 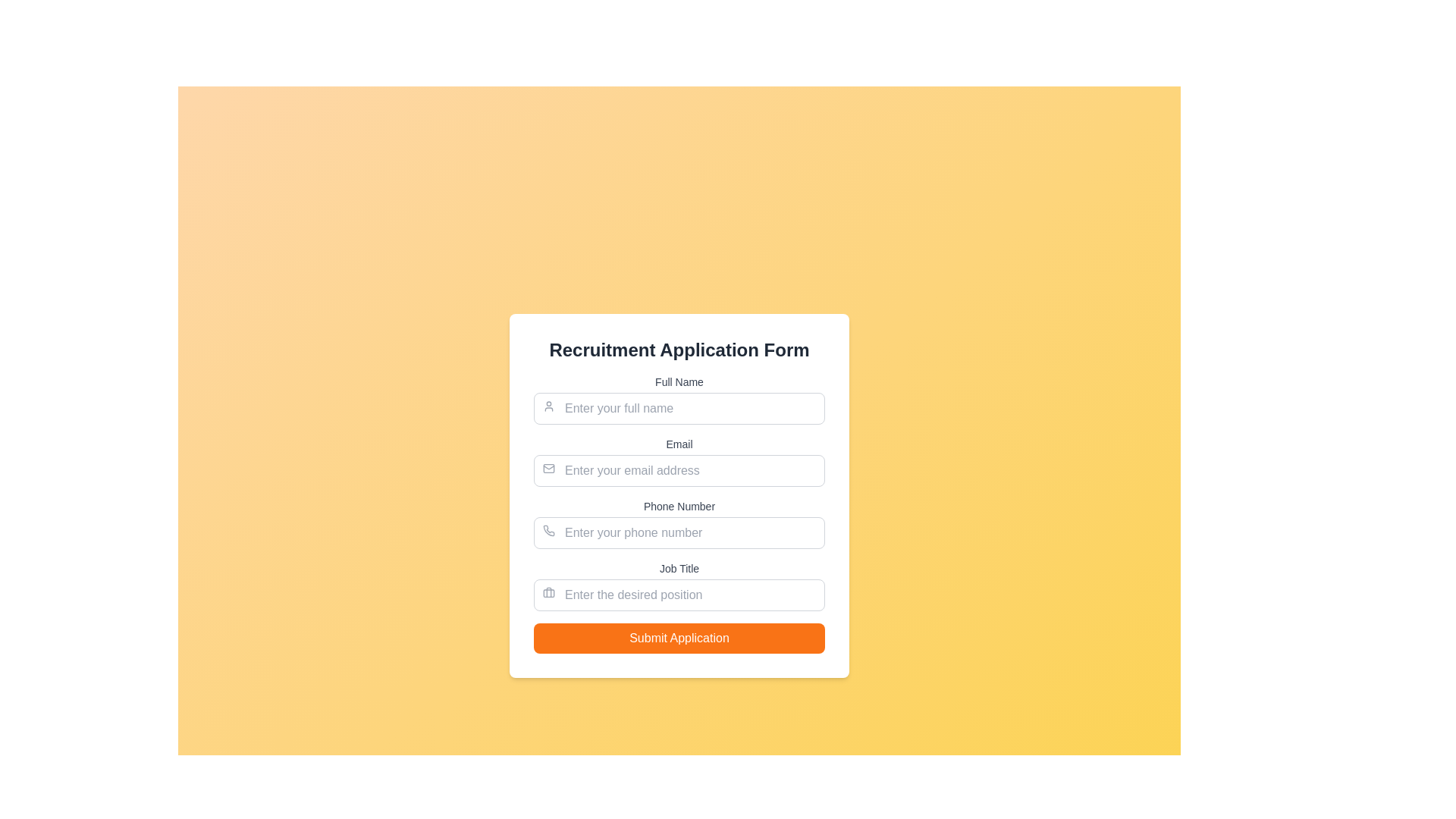 What do you see at coordinates (548, 529) in the screenshot?
I see `the phone number input field icon, which is positioned on the left side of the input box labeled 'Phone Number'` at bounding box center [548, 529].